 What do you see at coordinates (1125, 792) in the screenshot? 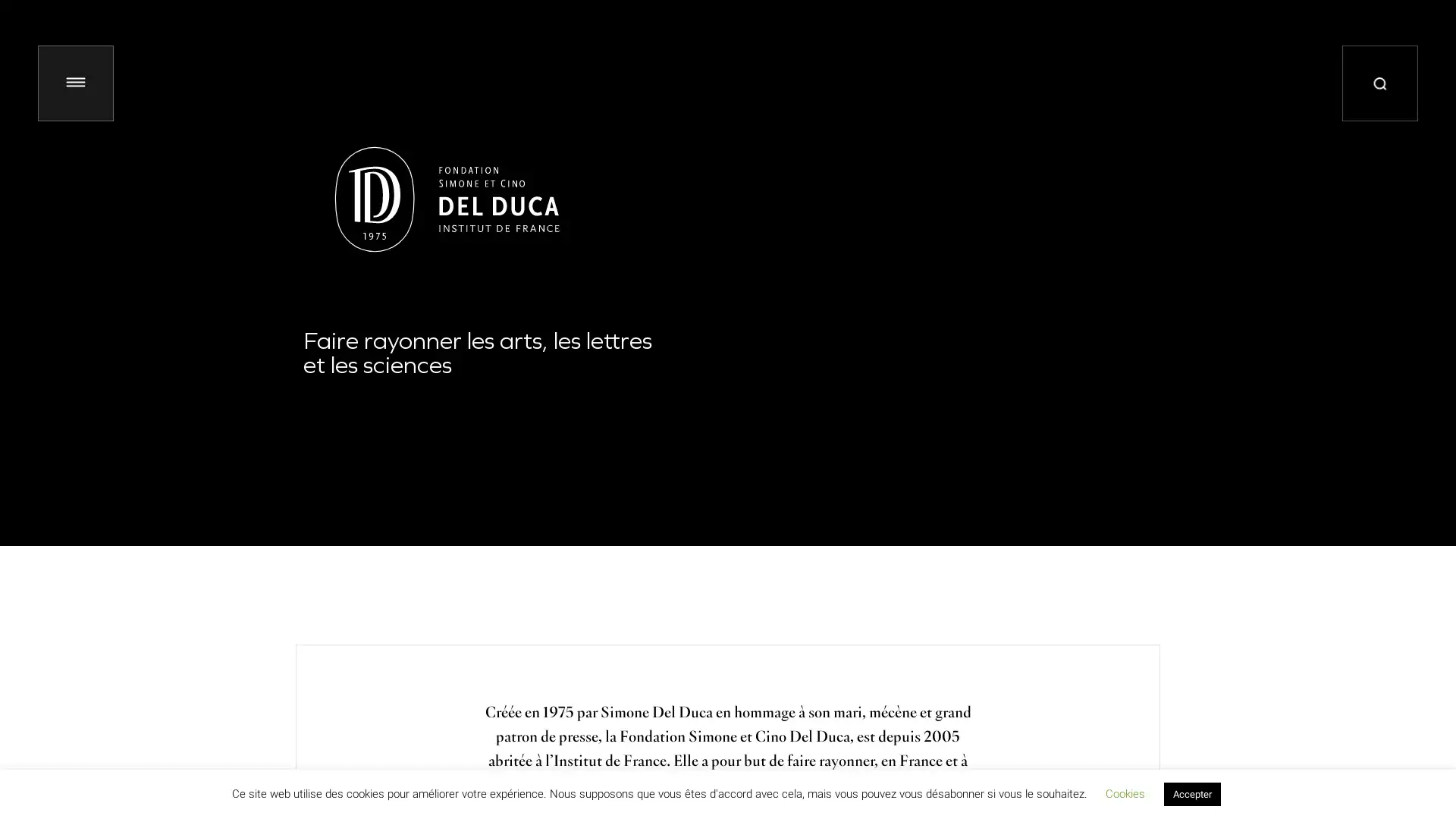
I see `Cookies` at bounding box center [1125, 792].